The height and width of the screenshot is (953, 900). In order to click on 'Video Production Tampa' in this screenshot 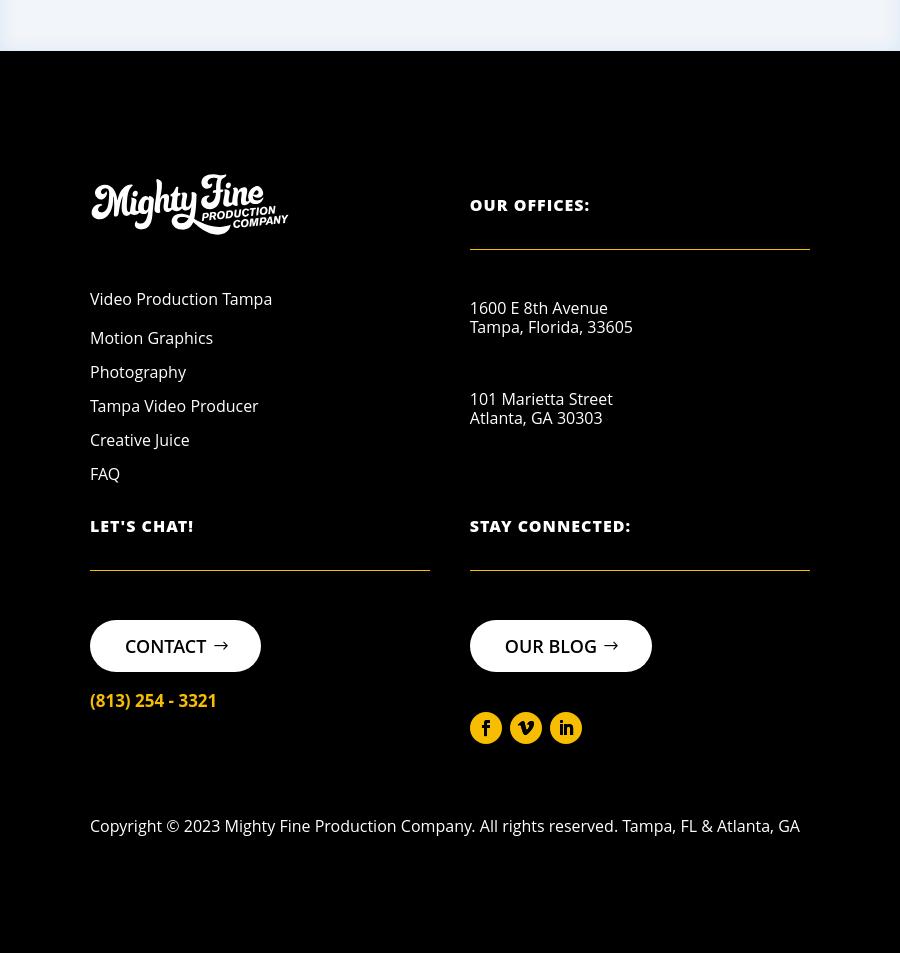, I will do `click(180, 297)`.